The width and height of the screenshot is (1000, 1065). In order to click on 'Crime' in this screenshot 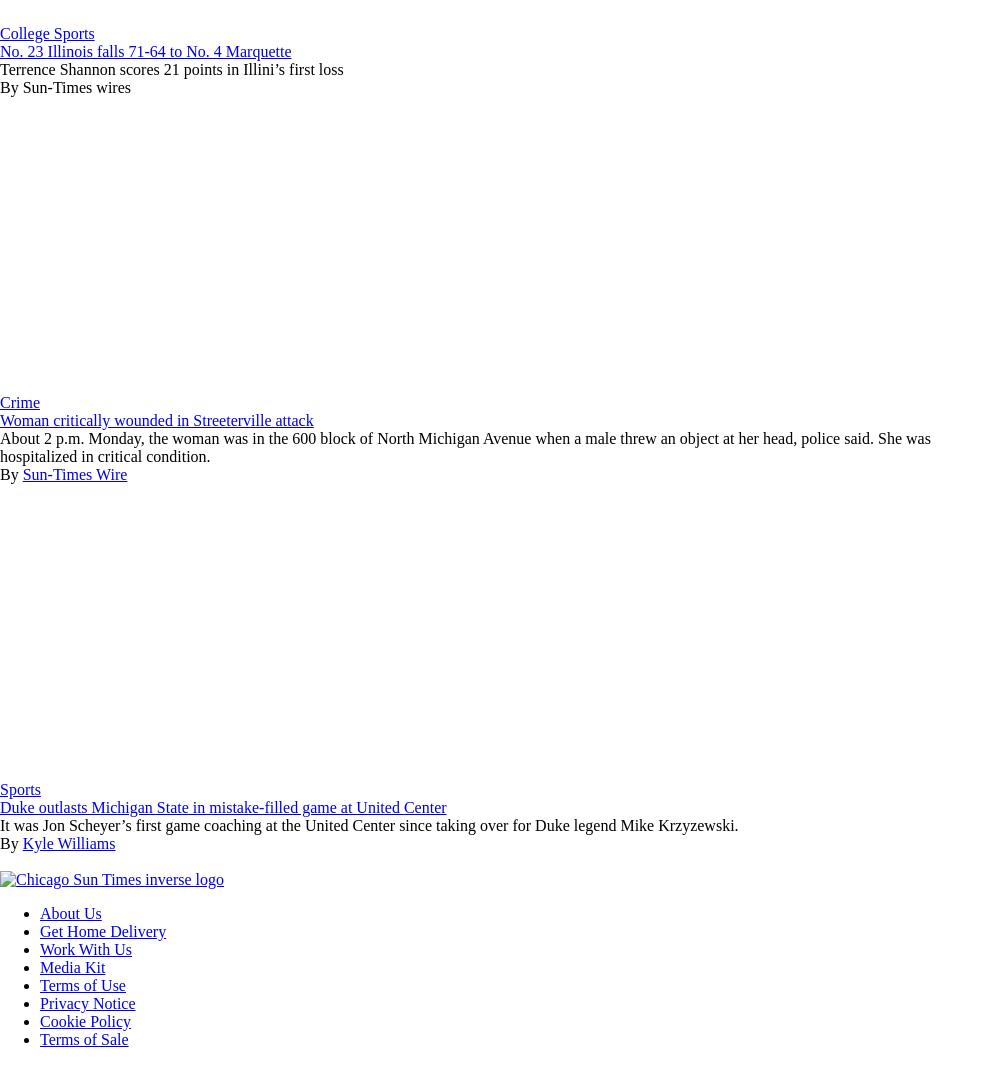, I will do `click(0, 401)`.